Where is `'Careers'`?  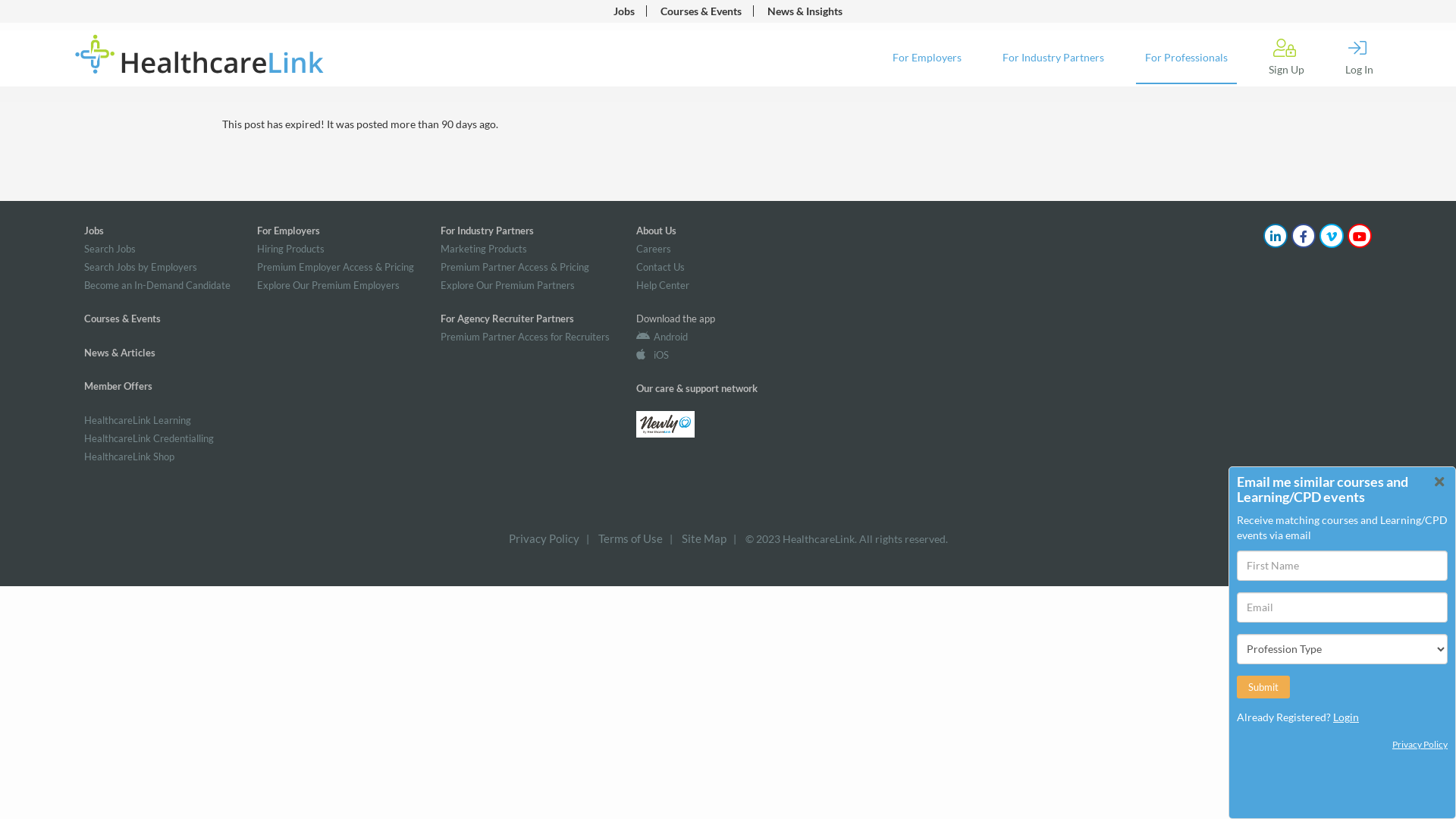 'Careers' is located at coordinates (654, 247).